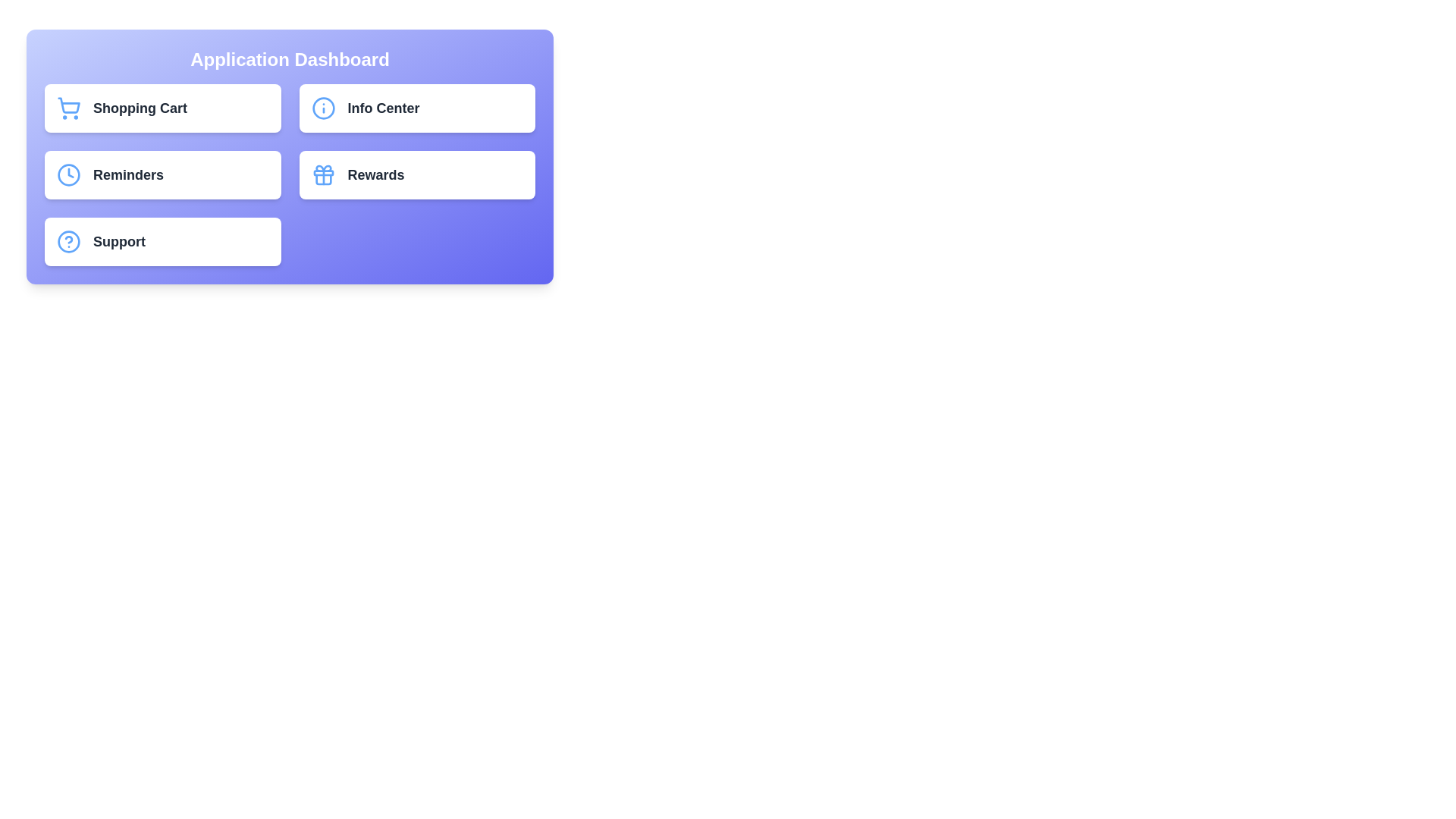 This screenshot has width=1456, height=819. What do you see at coordinates (417, 107) in the screenshot?
I see `the 'Info Center' card located in the top-right section of the grid layout` at bounding box center [417, 107].